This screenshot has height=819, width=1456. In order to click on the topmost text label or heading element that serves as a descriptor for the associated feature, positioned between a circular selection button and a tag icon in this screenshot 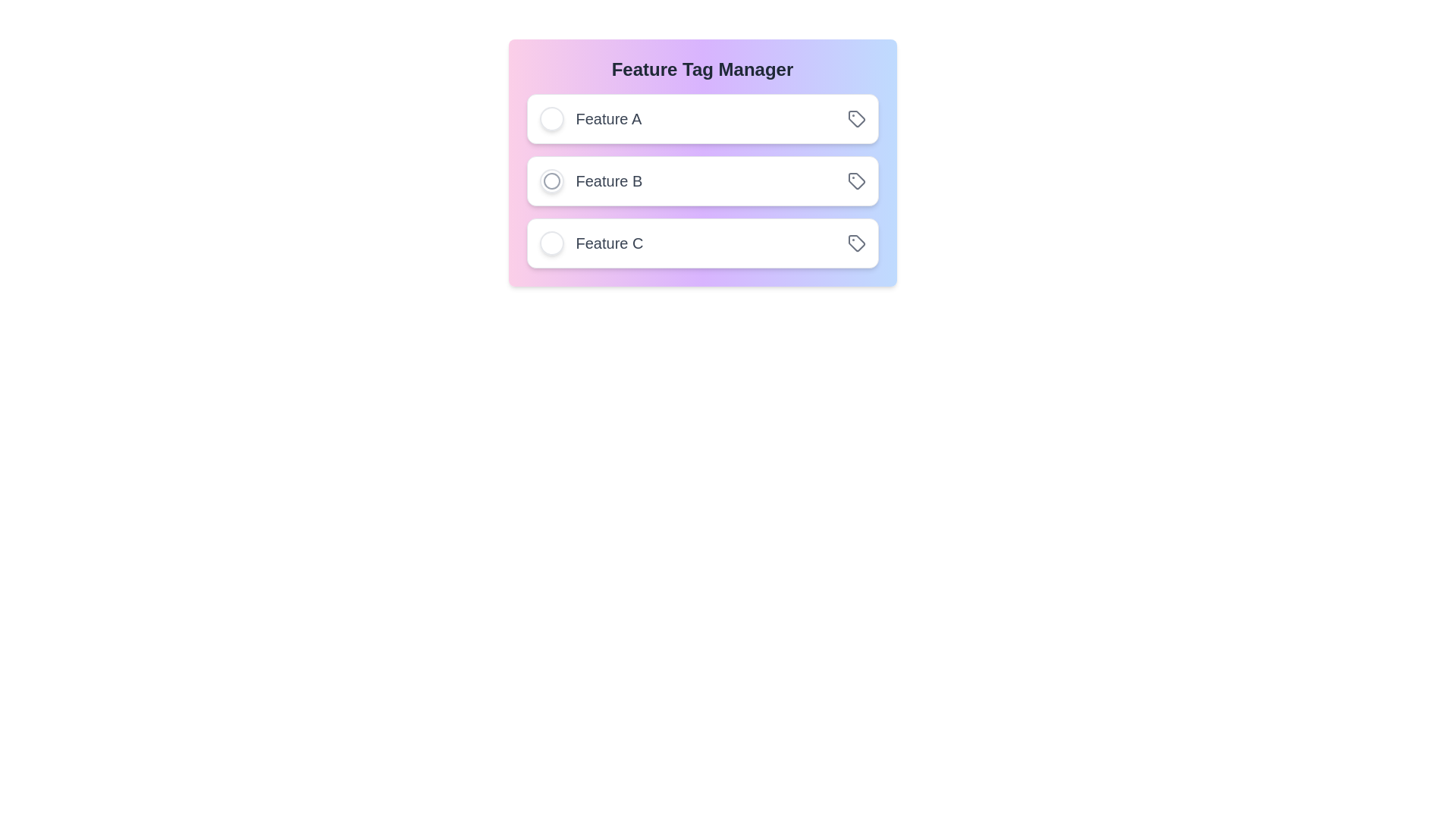, I will do `click(608, 118)`.